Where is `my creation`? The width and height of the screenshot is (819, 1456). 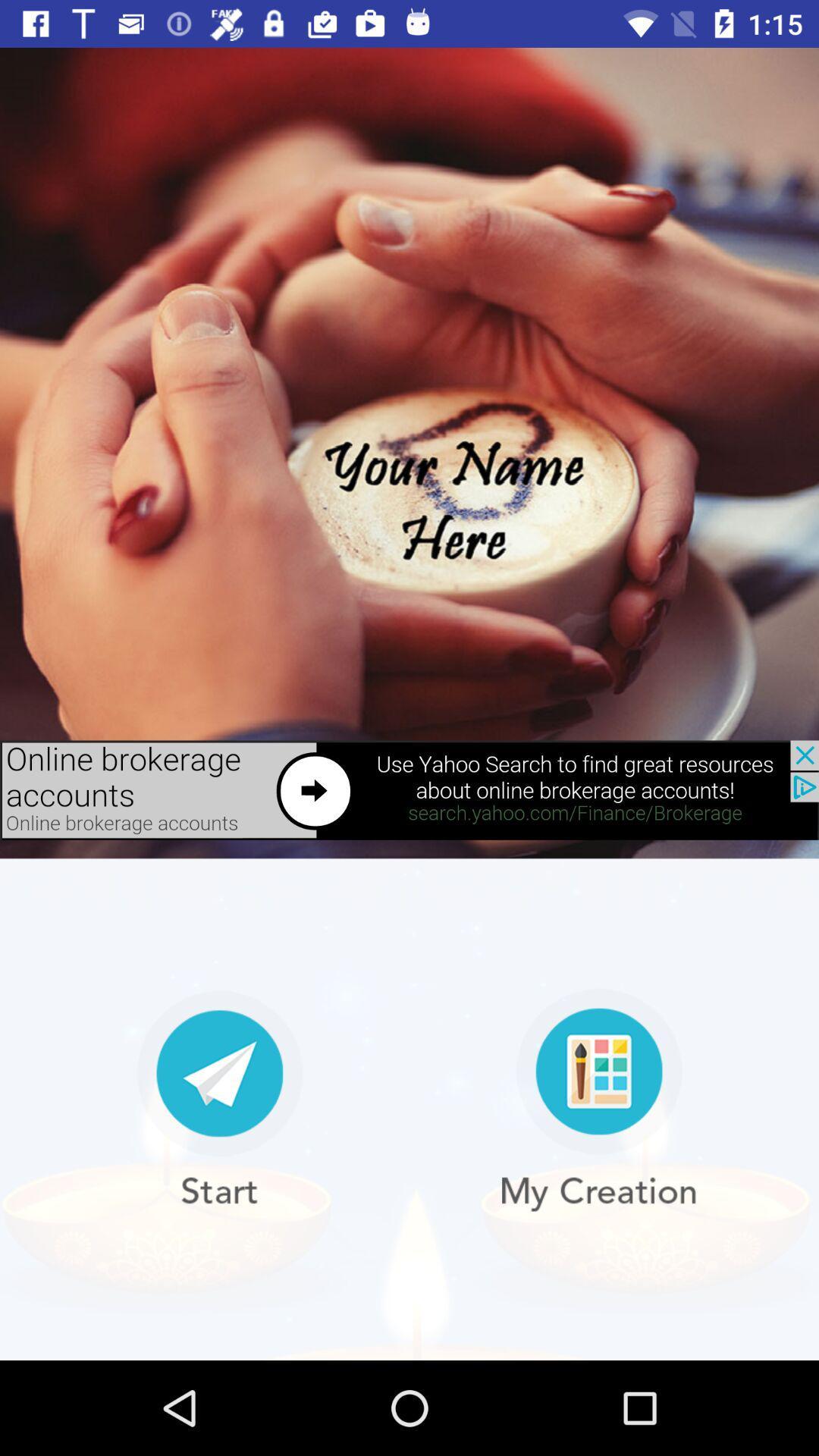 my creation is located at coordinates (598, 1100).